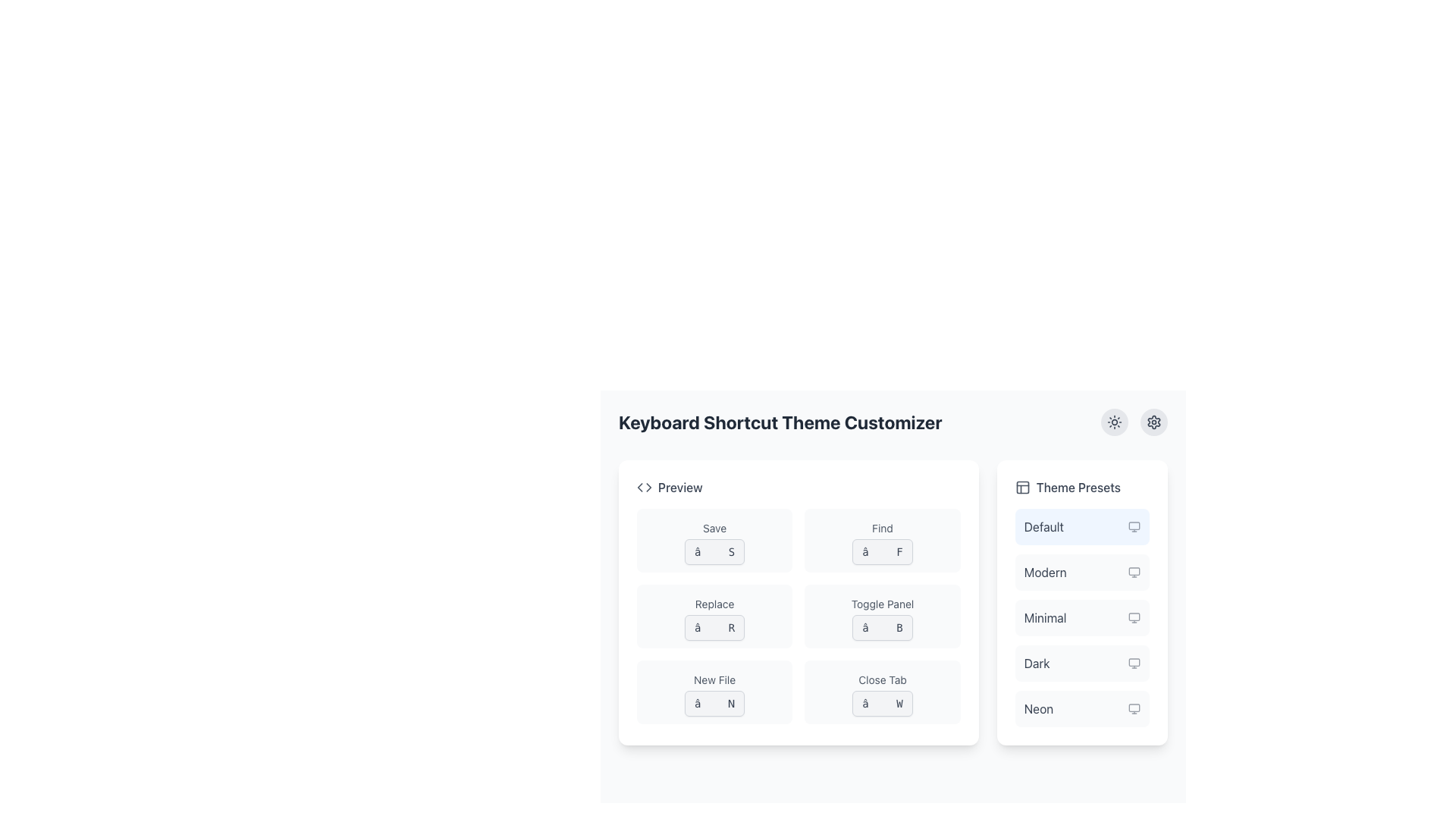  I want to click on the semi-transparent monitor icon located to the right of the 'Modern' label in the 'Theme Presets' section, so click(1134, 573).